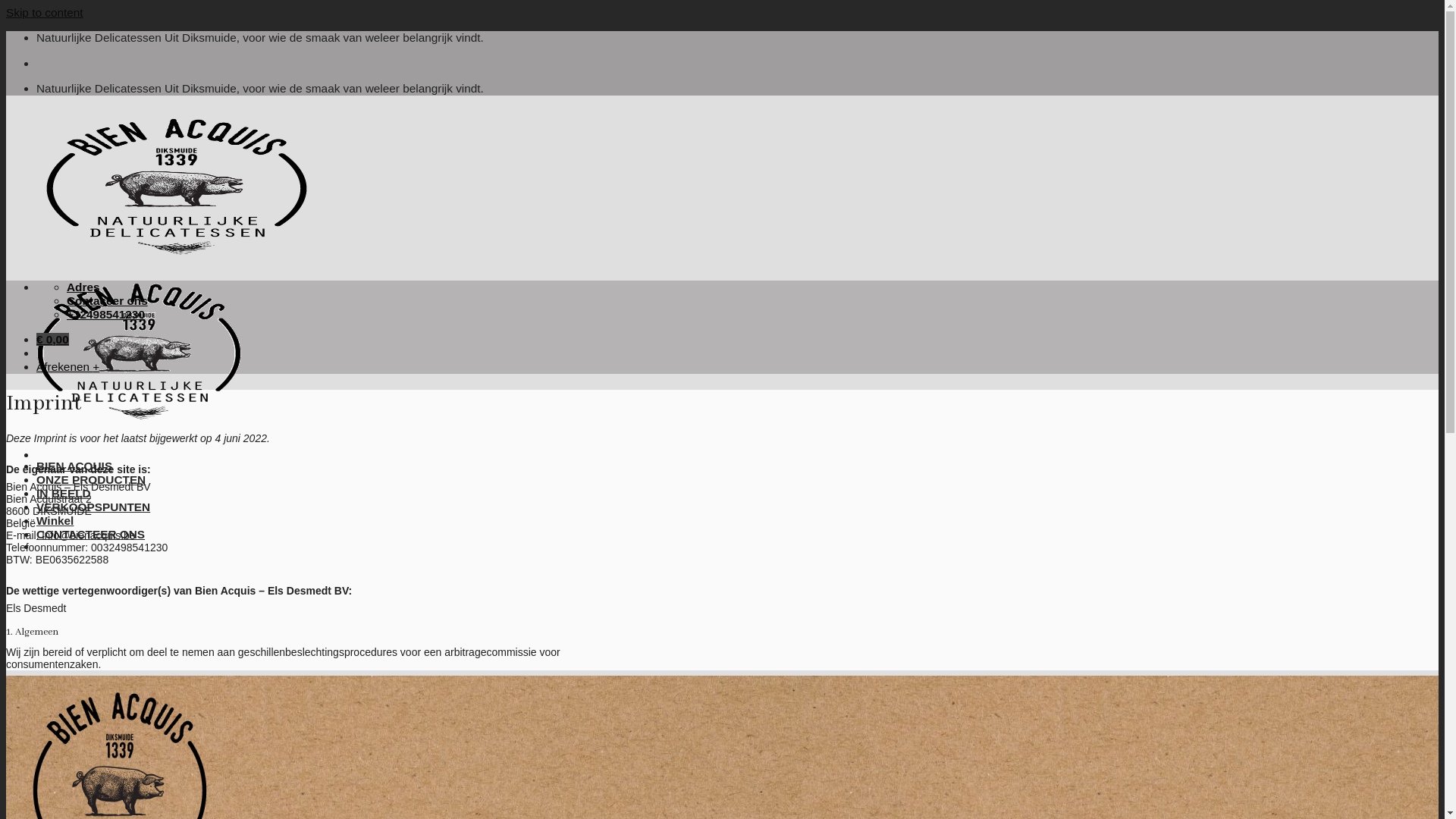  Describe the element at coordinates (89, 533) in the screenshot. I see `'CONTACTEER ONS'` at that location.